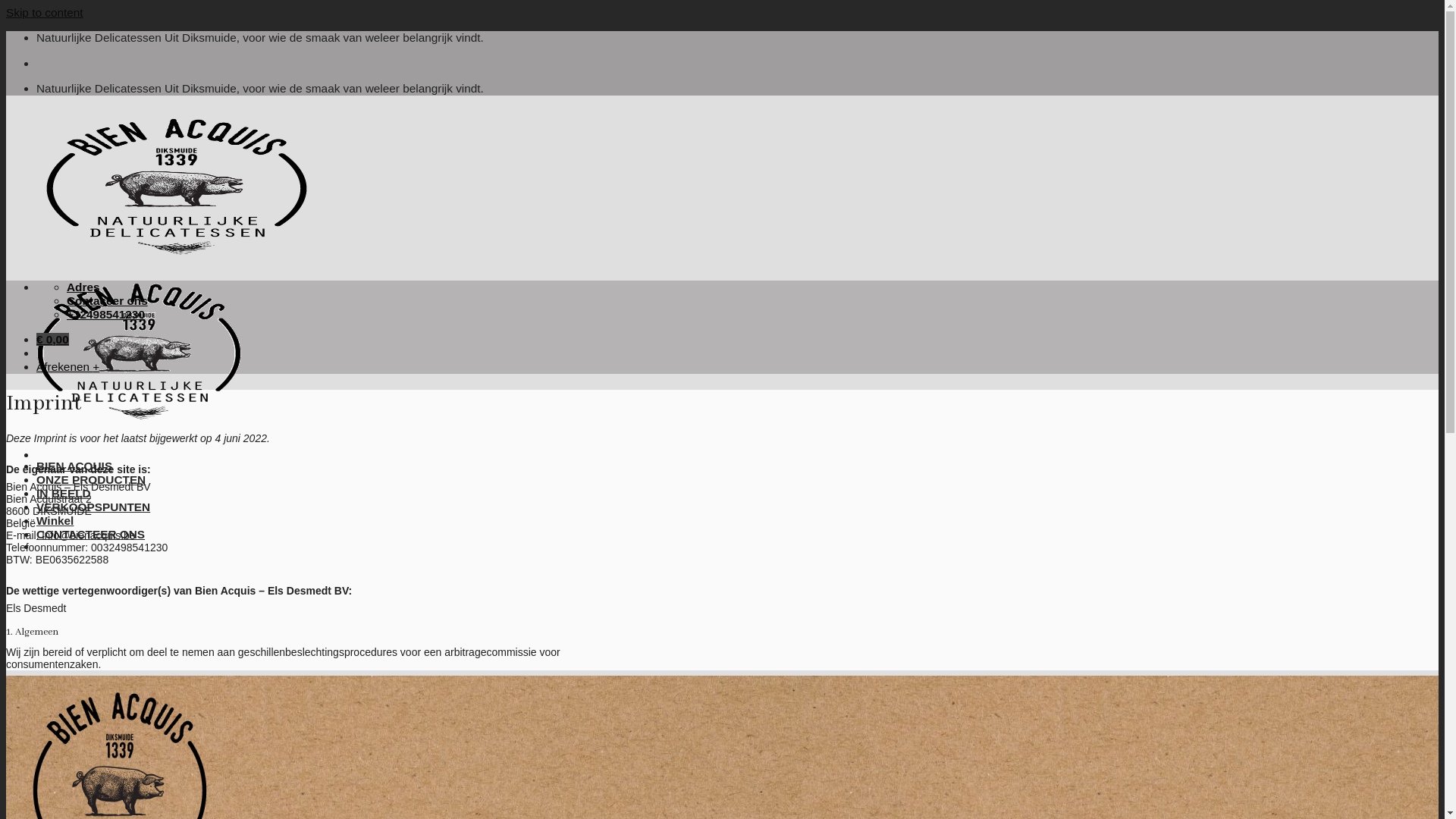  Describe the element at coordinates (89, 533) in the screenshot. I see `'CONTACTEER ONS'` at that location.